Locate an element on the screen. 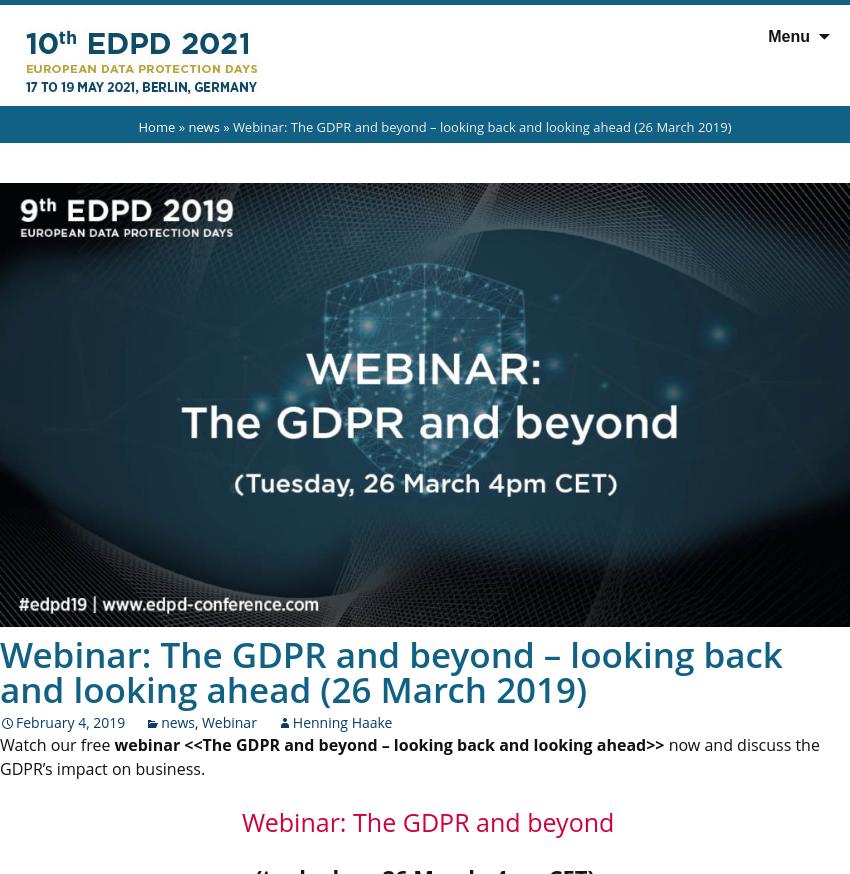 This screenshot has height=874, width=850. ',' is located at coordinates (197, 721).